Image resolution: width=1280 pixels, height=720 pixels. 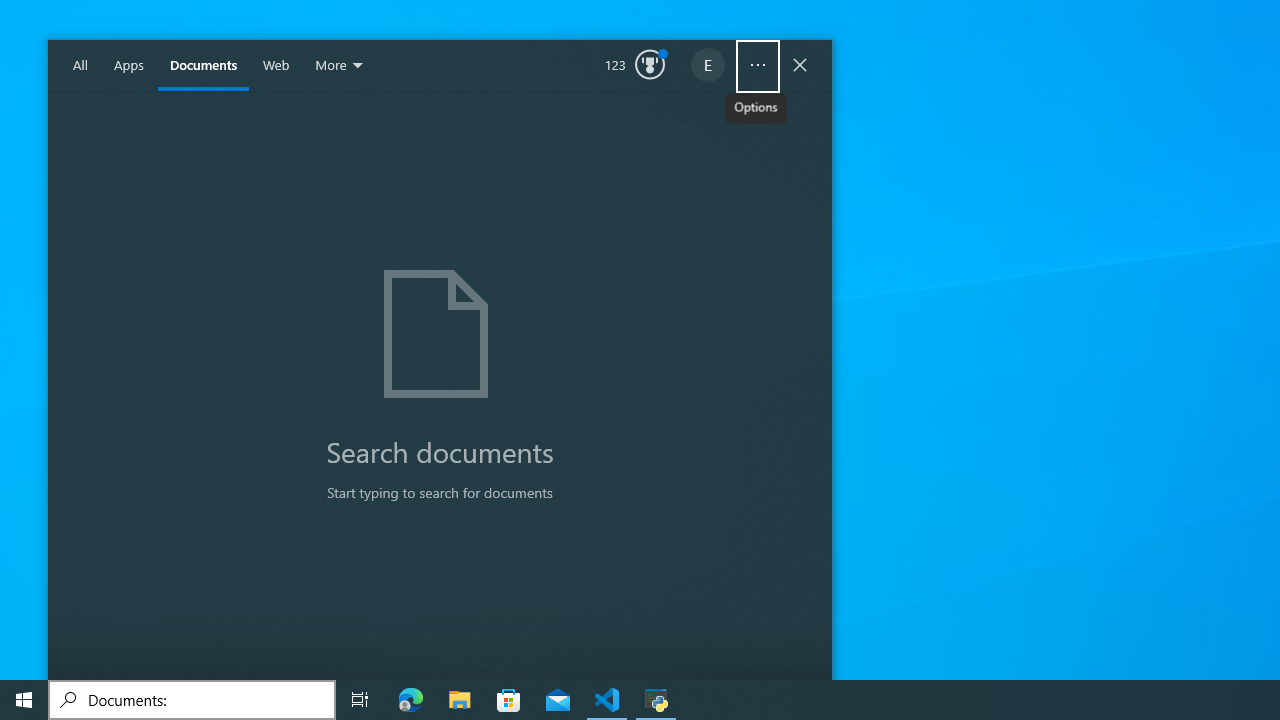 I want to click on 'All', so click(x=80, y=65).